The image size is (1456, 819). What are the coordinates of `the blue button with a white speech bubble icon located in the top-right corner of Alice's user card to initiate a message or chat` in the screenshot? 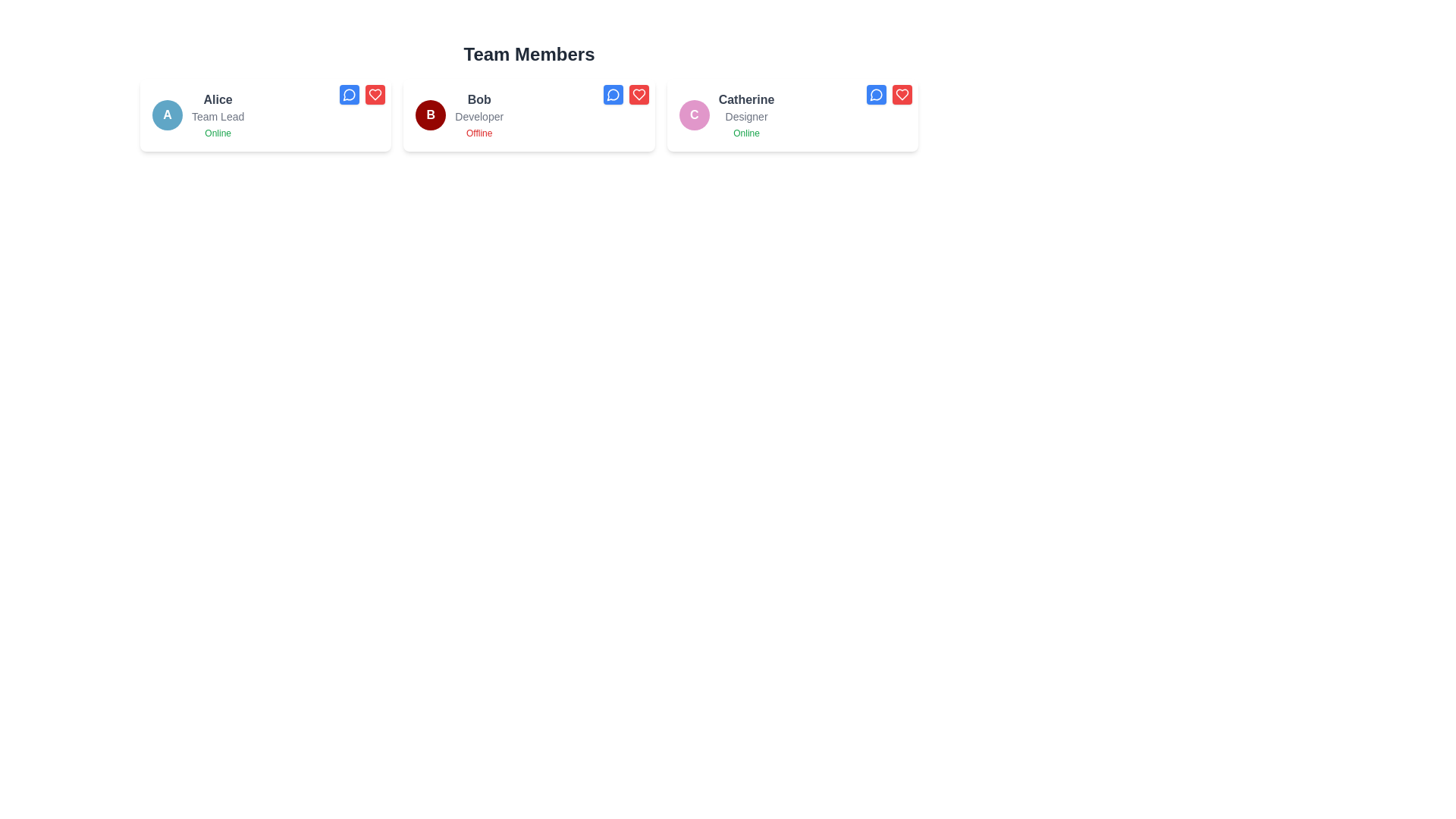 It's located at (349, 94).